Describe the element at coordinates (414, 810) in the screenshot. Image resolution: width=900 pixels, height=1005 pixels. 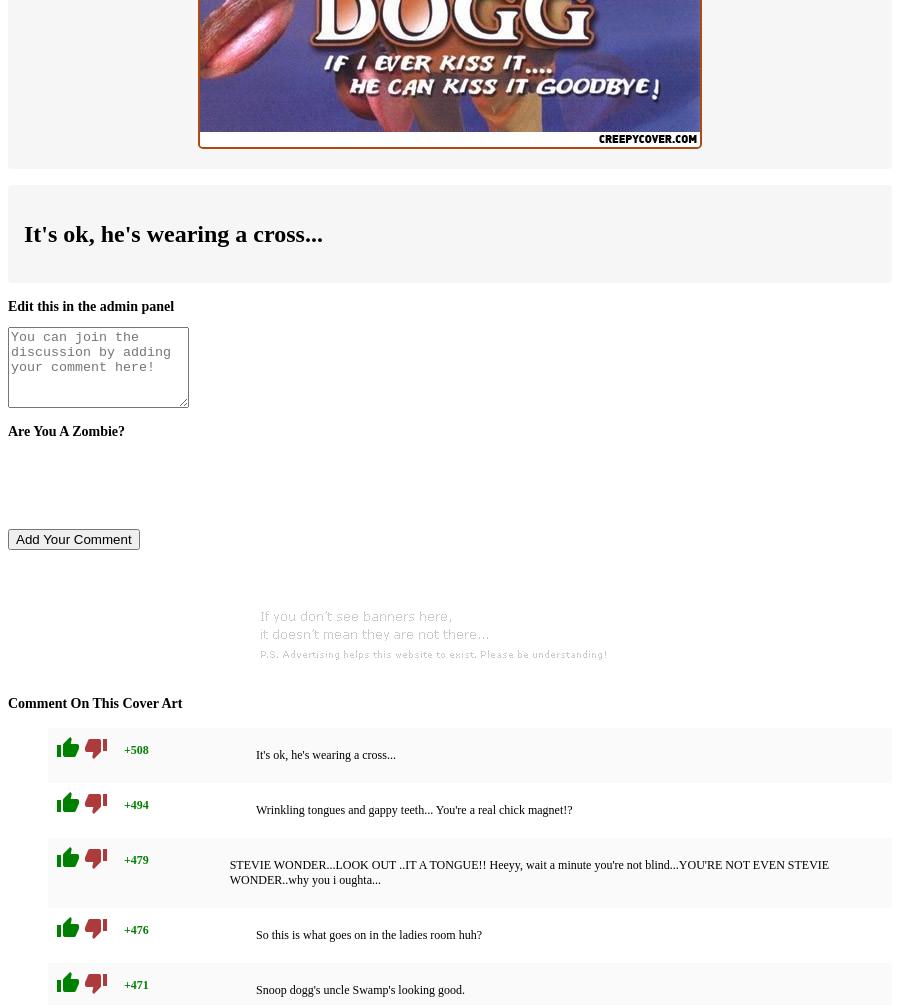
I see `'Wrinkling tongues and gappy teeth... You're a real chick magnet!?'` at that location.